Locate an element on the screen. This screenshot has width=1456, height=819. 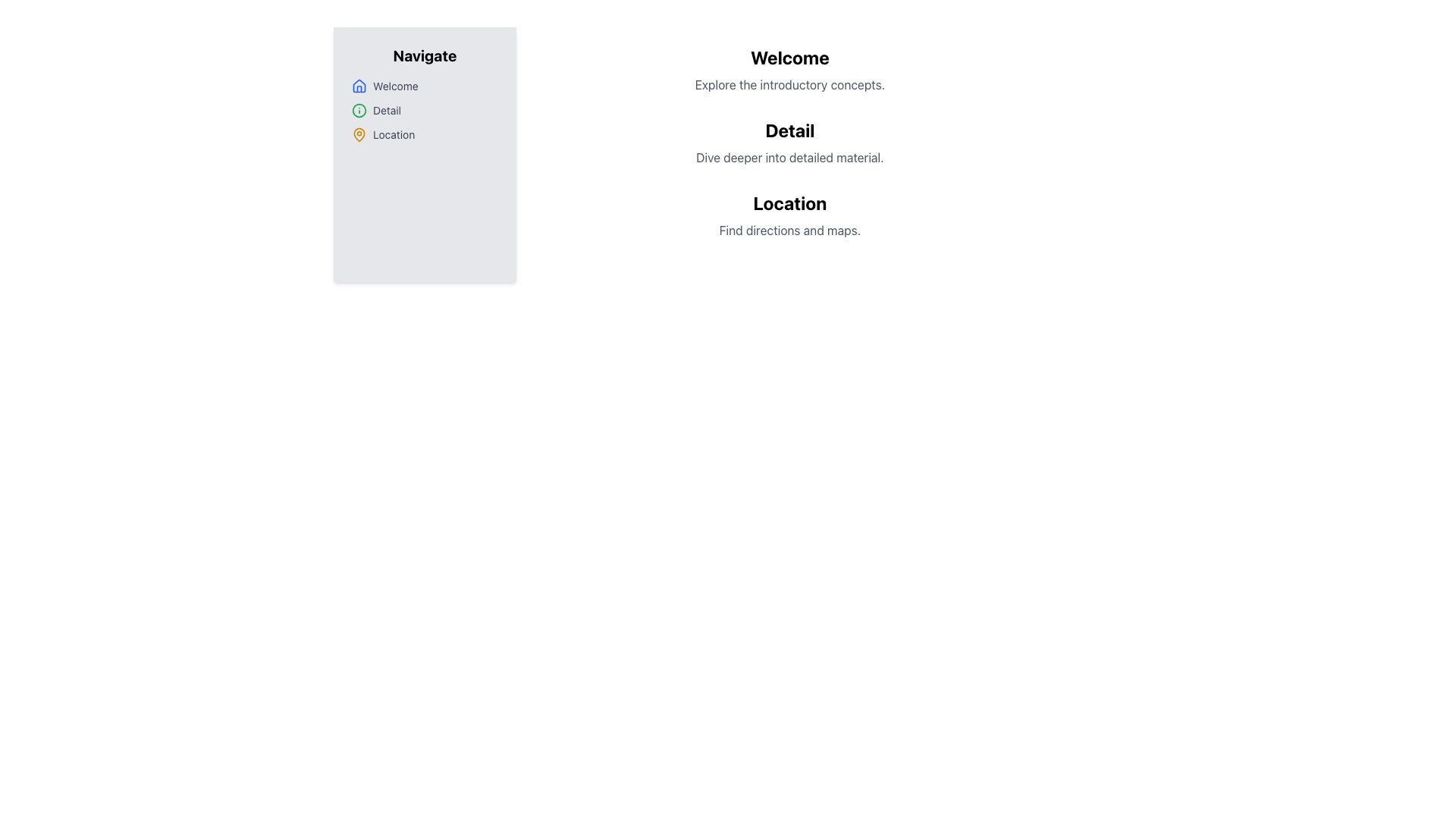
the Text Label displaying 'Detail' in bold, large font, which is centrally positioned on the page, above the description text and below the 'Welcome' section is located at coordinates (789, 130).